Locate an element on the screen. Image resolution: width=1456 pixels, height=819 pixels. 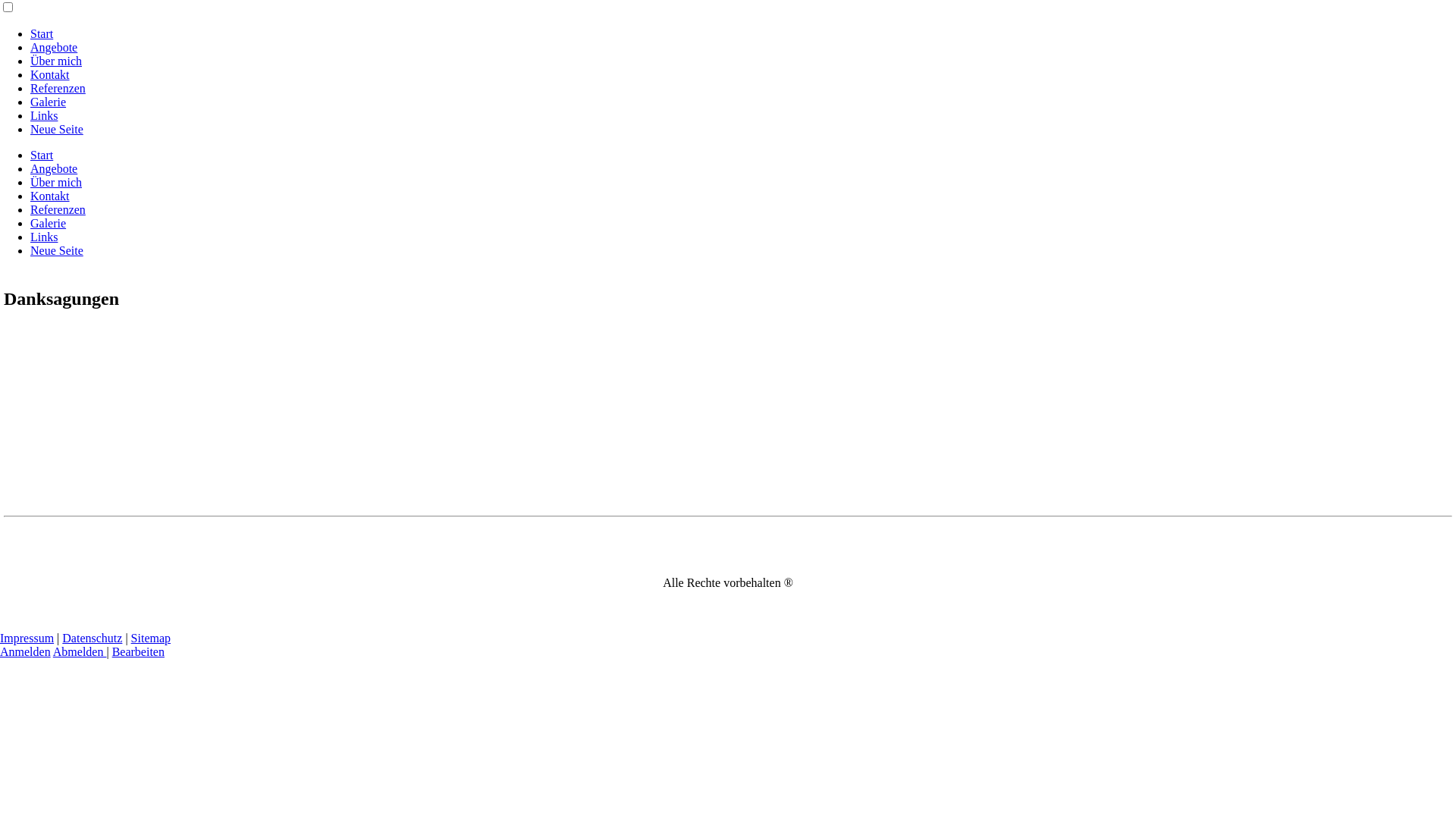
'Anmelden' is located at coordinates (25, 651).